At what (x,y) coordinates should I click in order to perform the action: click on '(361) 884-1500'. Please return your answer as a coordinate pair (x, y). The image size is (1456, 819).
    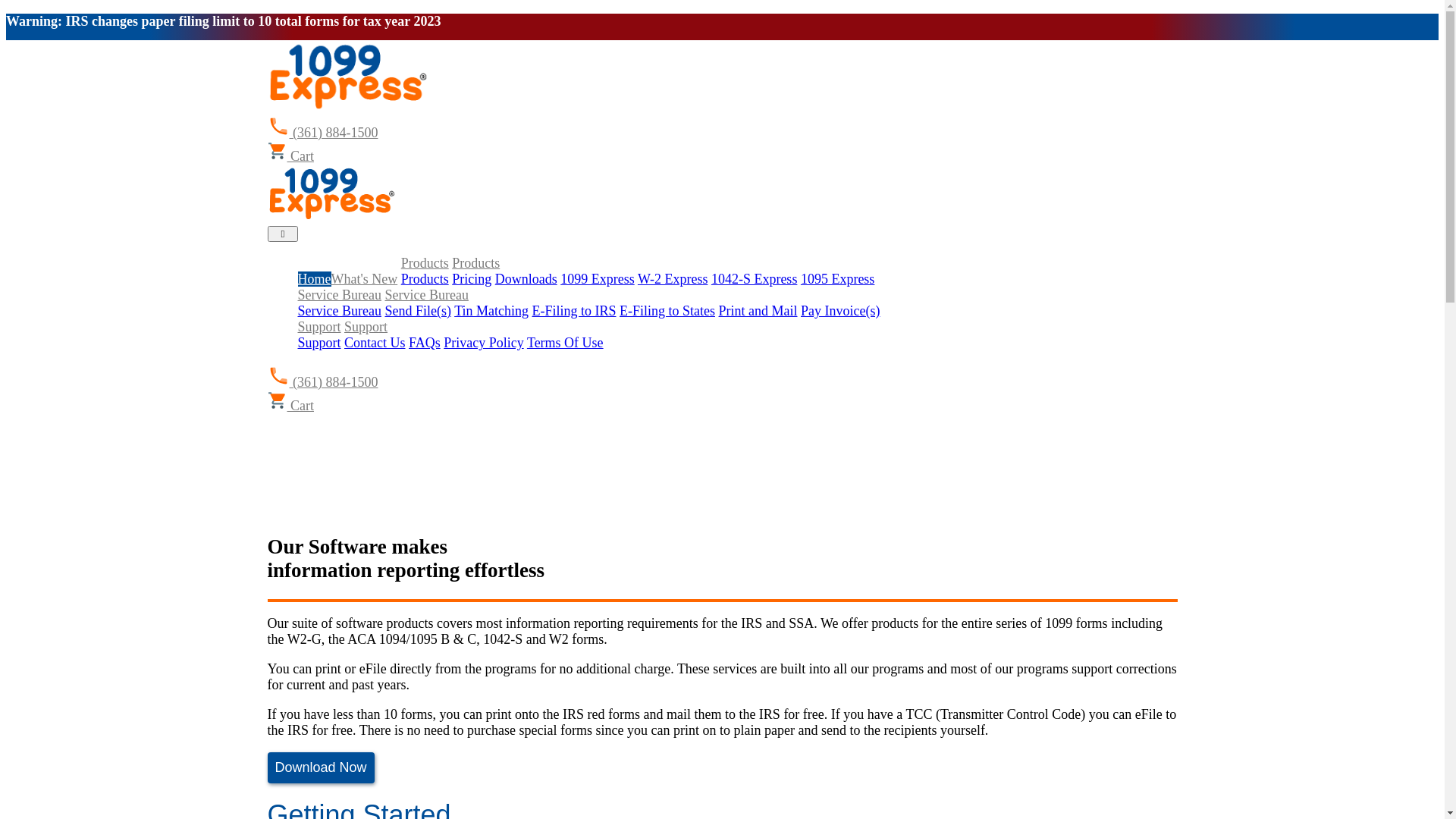
    Looking at the image, I should click on (322, 381).